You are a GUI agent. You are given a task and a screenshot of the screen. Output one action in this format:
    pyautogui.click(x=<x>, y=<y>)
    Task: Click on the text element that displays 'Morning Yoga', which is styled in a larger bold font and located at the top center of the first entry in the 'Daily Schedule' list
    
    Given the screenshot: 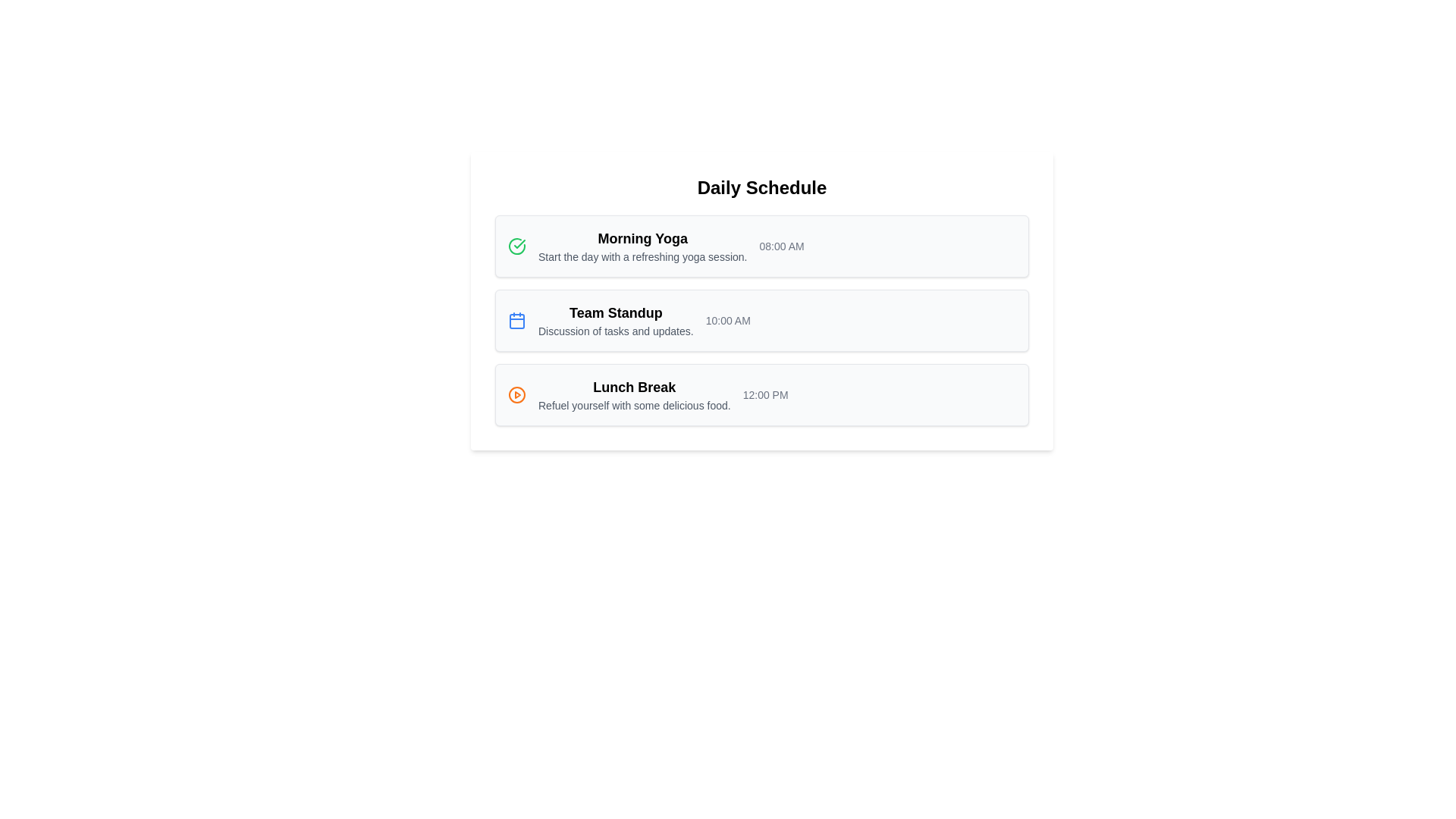 What is the action you would take?
    pyautogui.click(x=642, y=239)
    